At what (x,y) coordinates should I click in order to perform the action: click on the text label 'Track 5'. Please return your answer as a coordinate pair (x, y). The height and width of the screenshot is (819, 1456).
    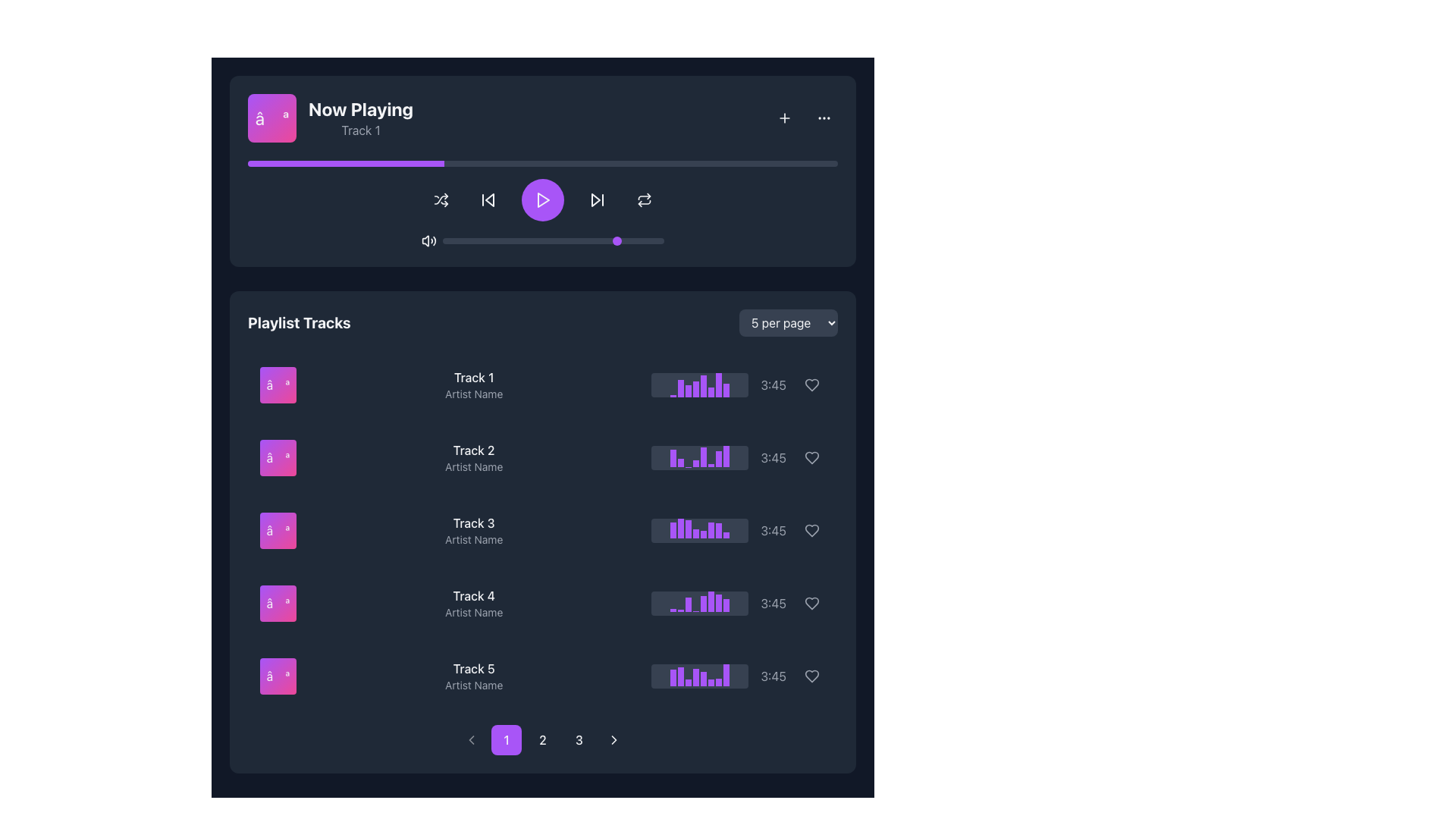
    Looking at the image, I should click on (472, 668).